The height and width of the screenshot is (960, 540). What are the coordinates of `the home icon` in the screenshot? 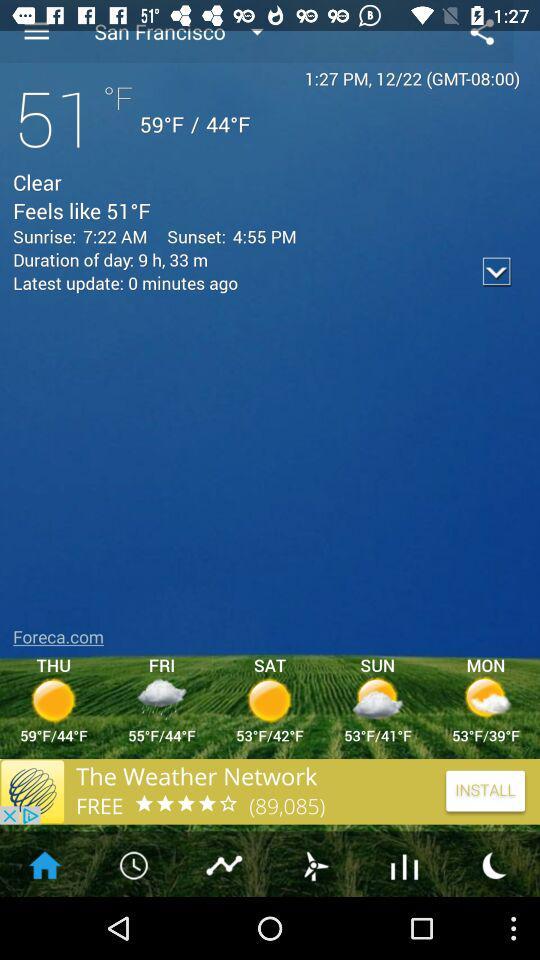 It's located at (44, 925).